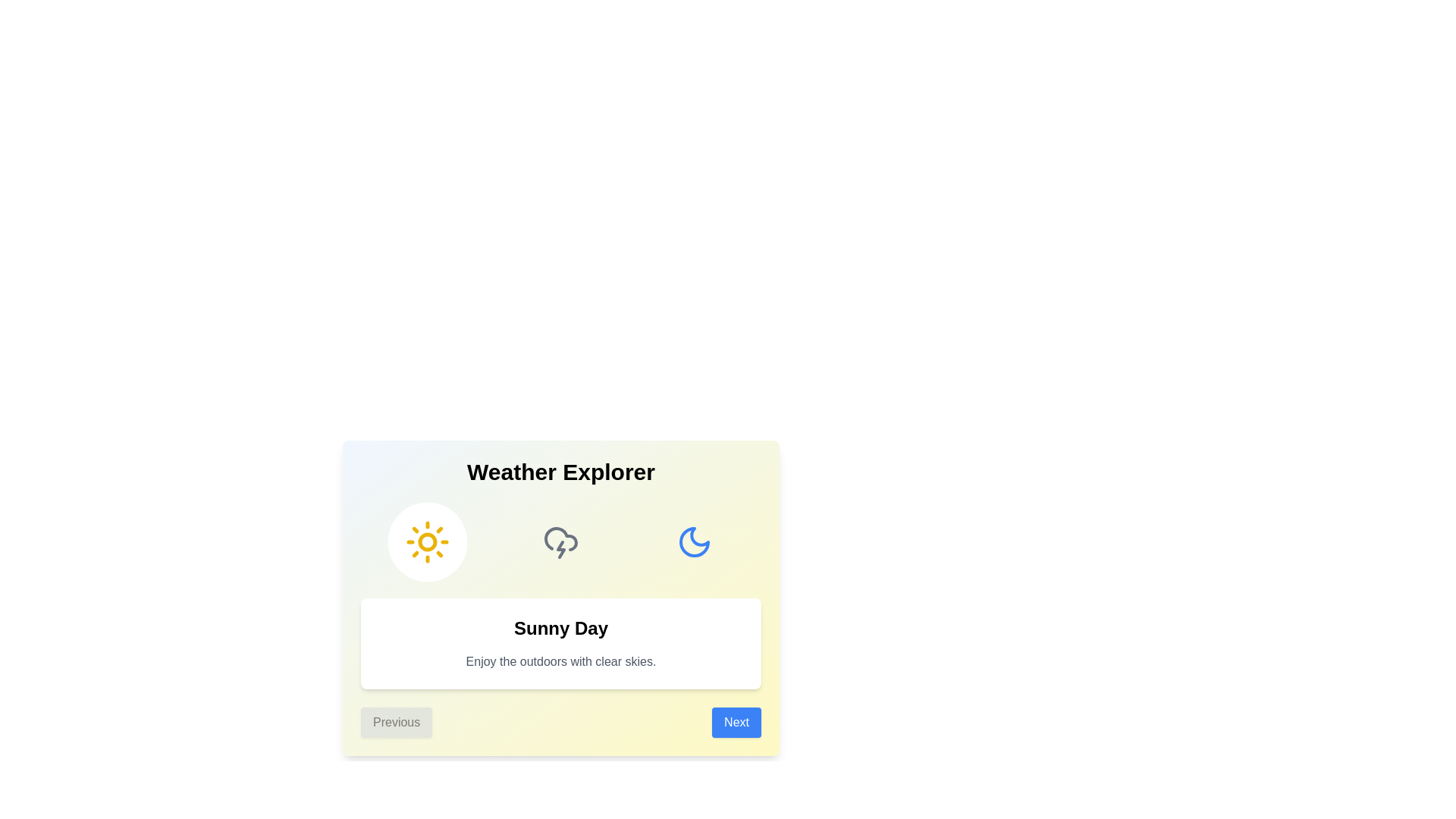 The image size is (1456, 819). What do you see at coordinates (694, 541) in the screenshot?
I see `the weather icon corresponding to Night` at bounding box center [694, 541].